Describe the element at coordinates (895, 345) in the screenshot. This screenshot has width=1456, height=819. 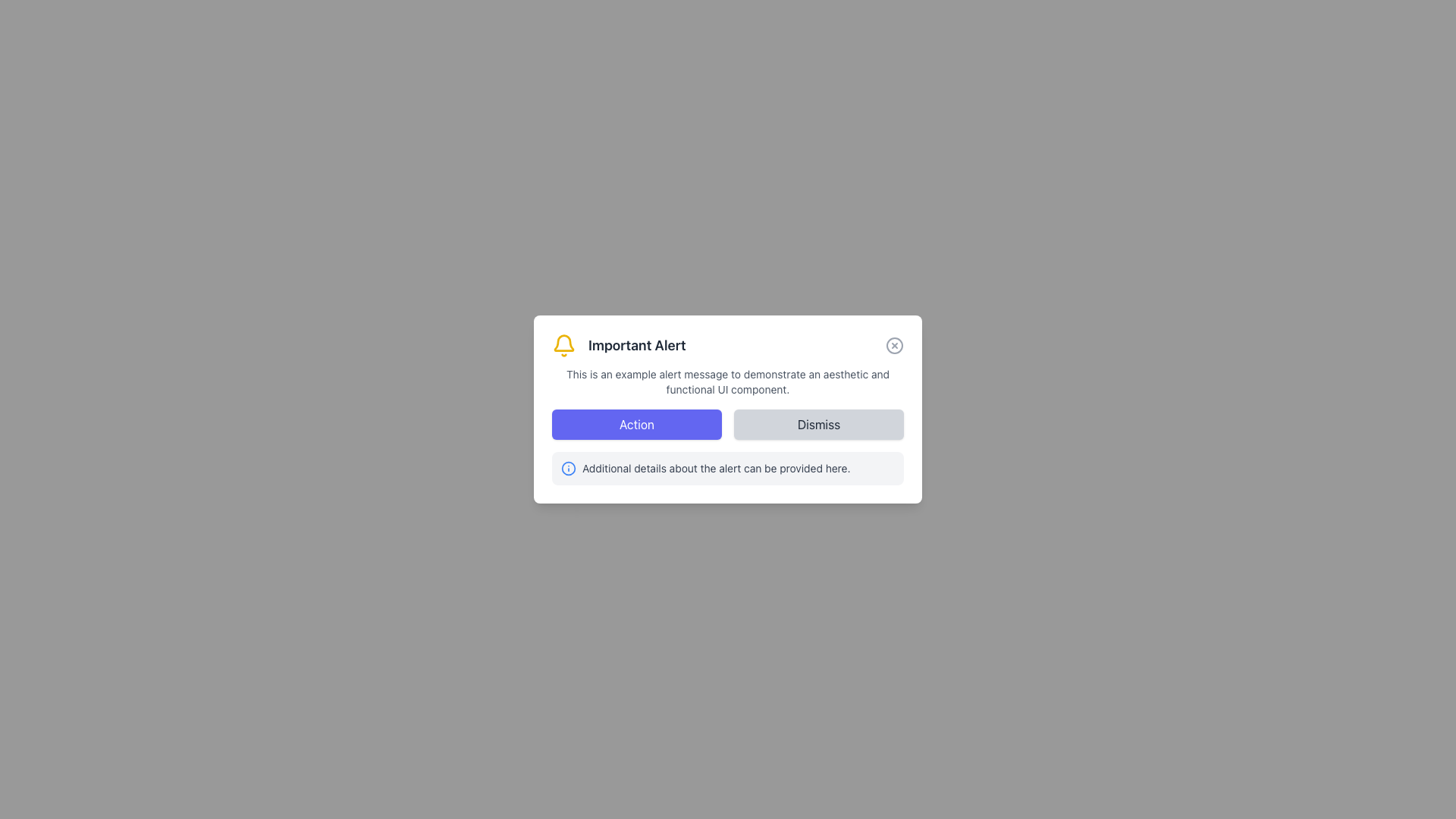
I see `the circular dismiss button located in the top-right corner of the alert modal, which is part of the 'circle-x' icon` at that location.